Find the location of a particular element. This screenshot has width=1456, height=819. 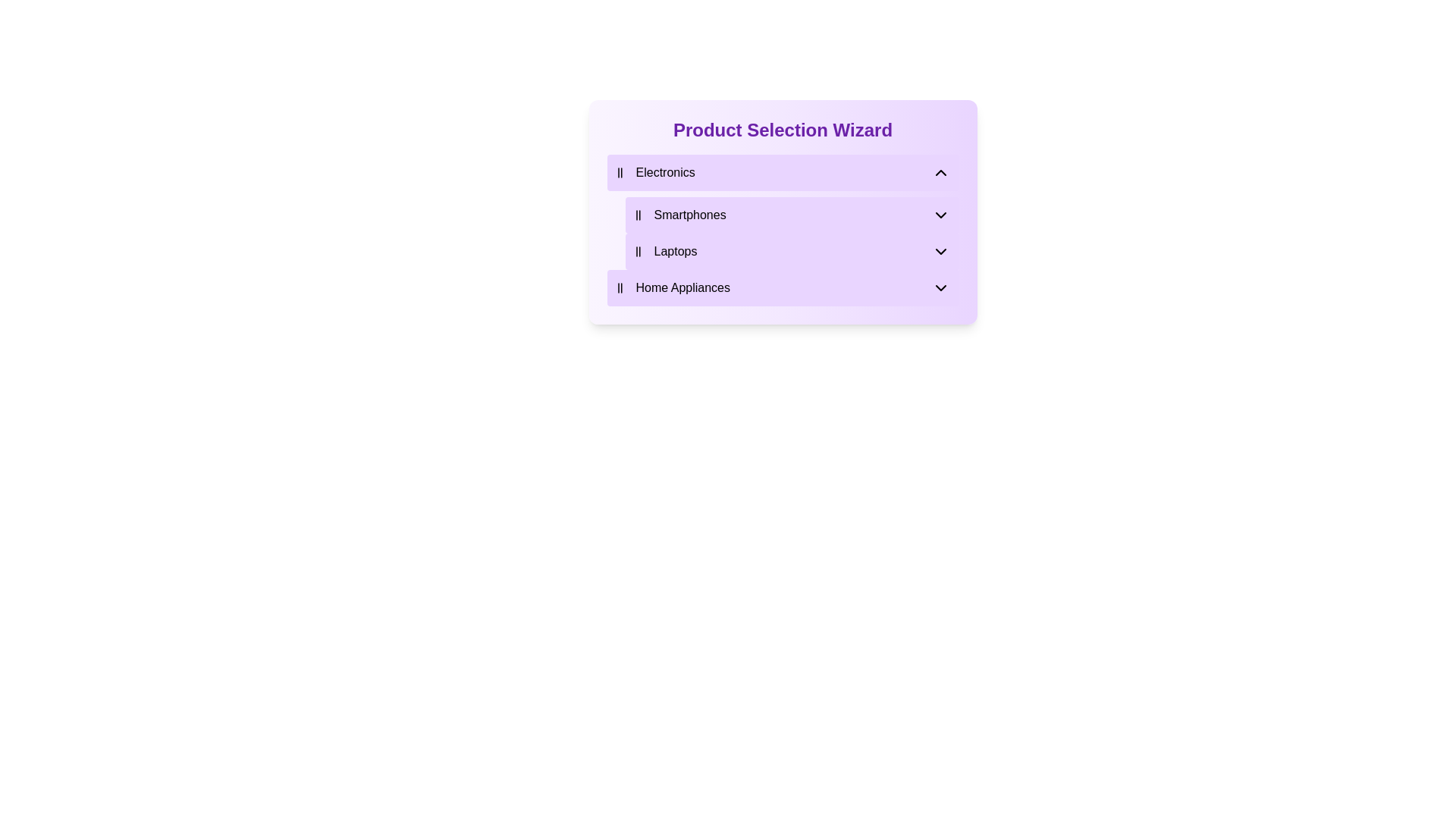

the text label that categorizes the section as 'Laptops' in the submenu of the 'Electronics' section of the product selection wizard is located at coordinates (674, 250).